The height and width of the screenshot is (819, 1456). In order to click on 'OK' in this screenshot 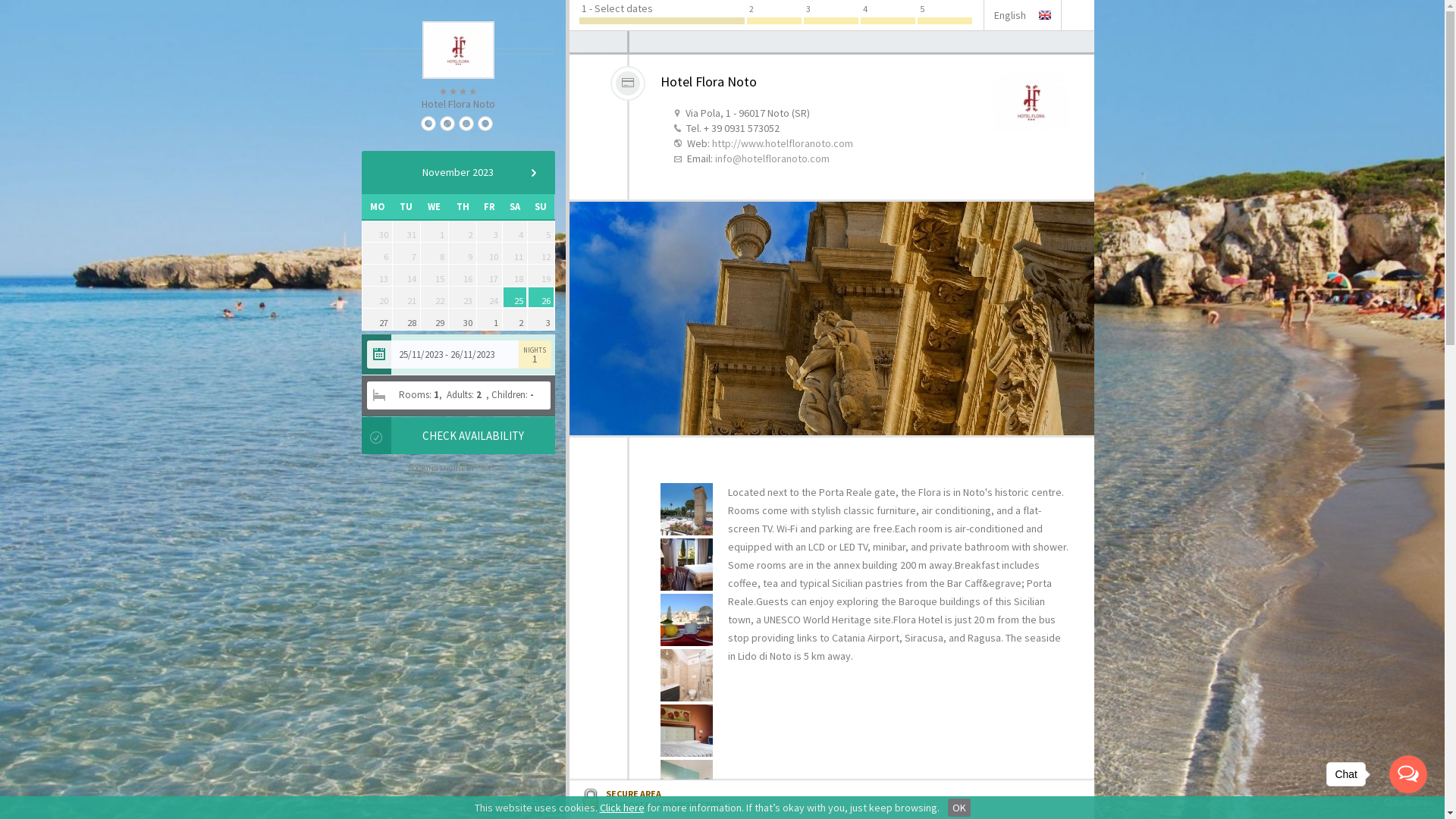, I will do `click(959, 806)`.